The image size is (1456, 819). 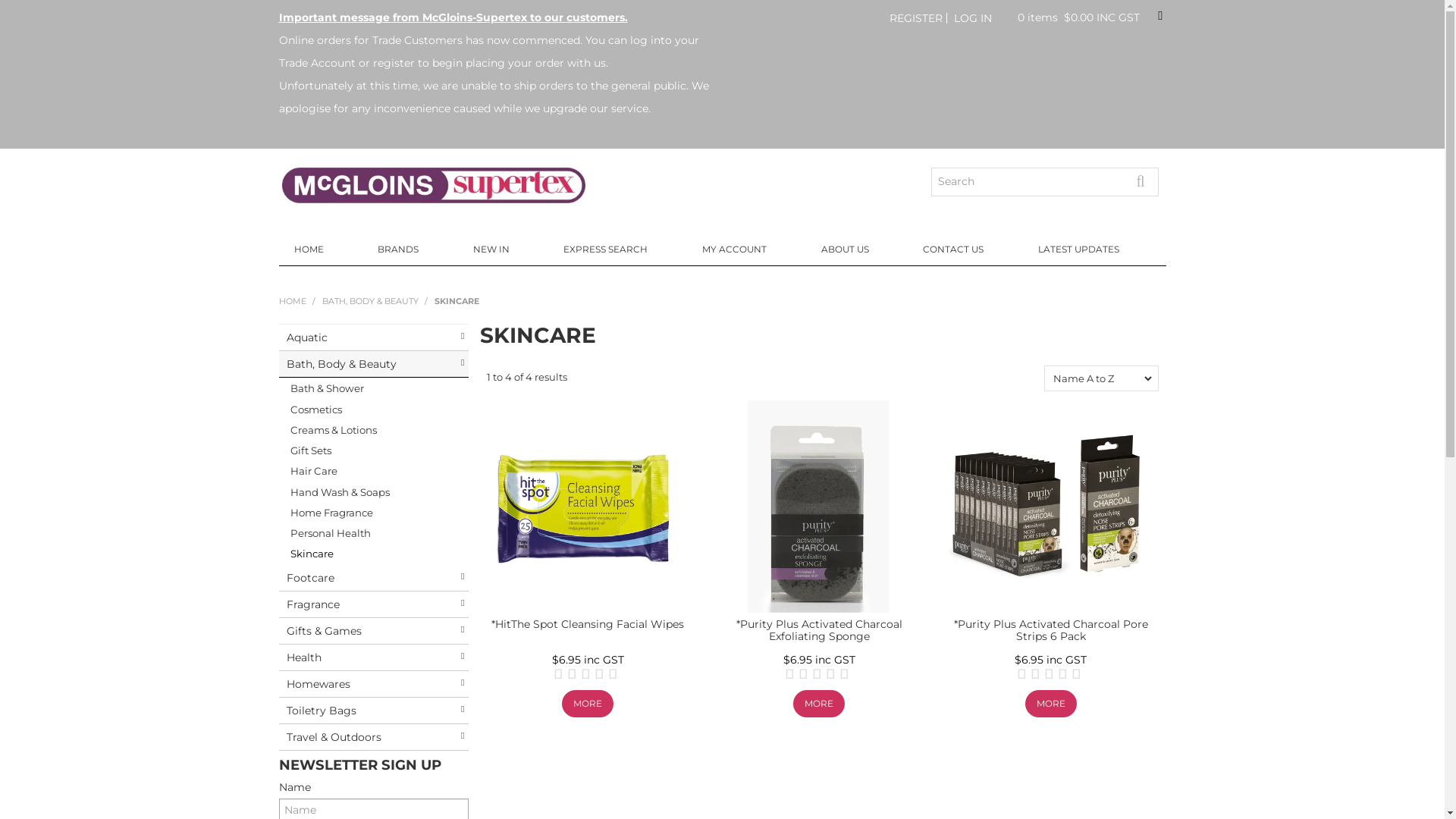 I want to click on 'ABOUT US', so click(x=857, y=248).